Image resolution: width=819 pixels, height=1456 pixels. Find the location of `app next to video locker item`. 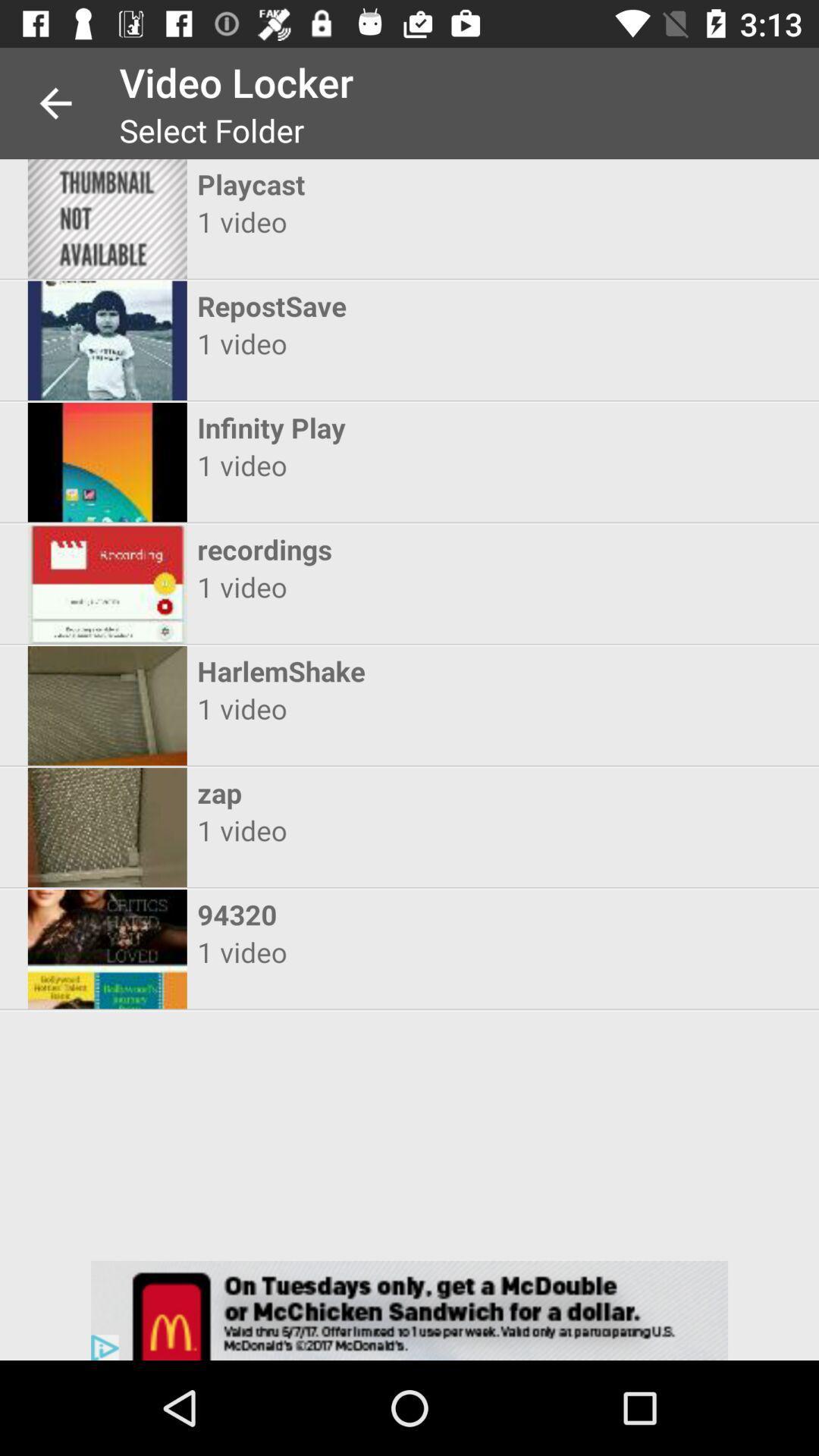

app next to video locker item is located at coordinates (55, 102).